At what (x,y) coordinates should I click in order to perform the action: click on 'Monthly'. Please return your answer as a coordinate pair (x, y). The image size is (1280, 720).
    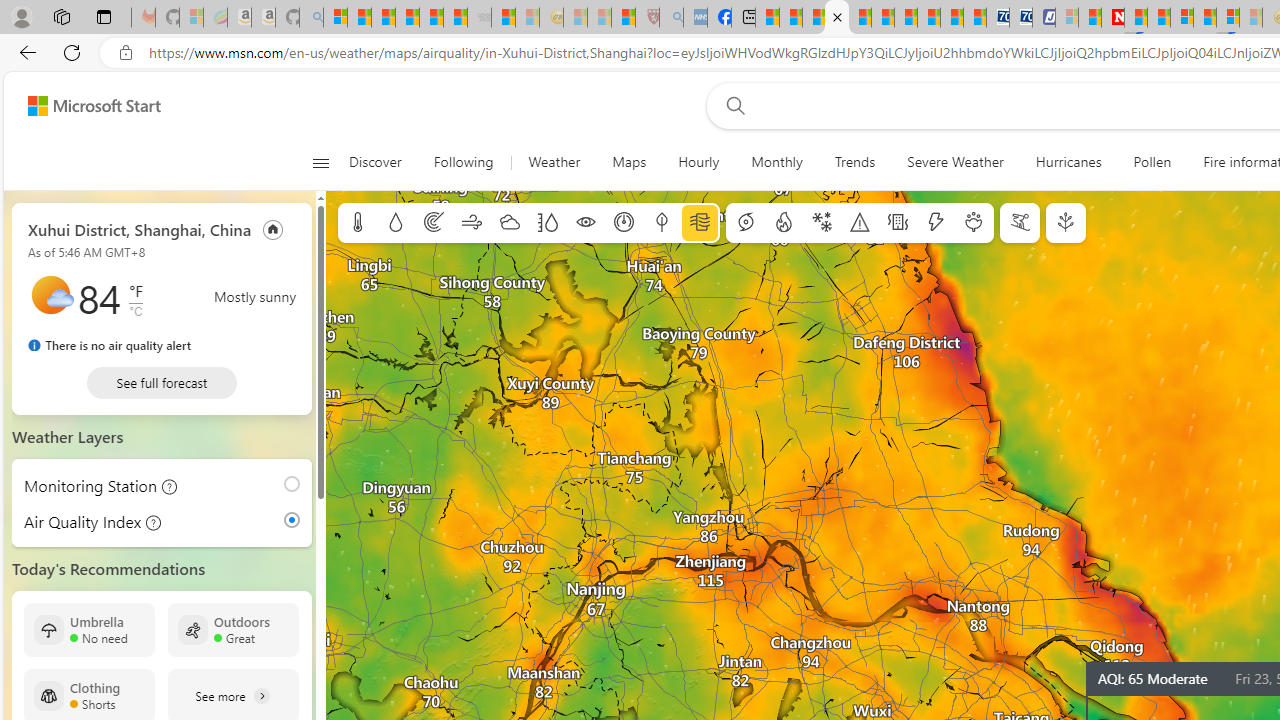
    Looking at the image, I should click on (775, 162).